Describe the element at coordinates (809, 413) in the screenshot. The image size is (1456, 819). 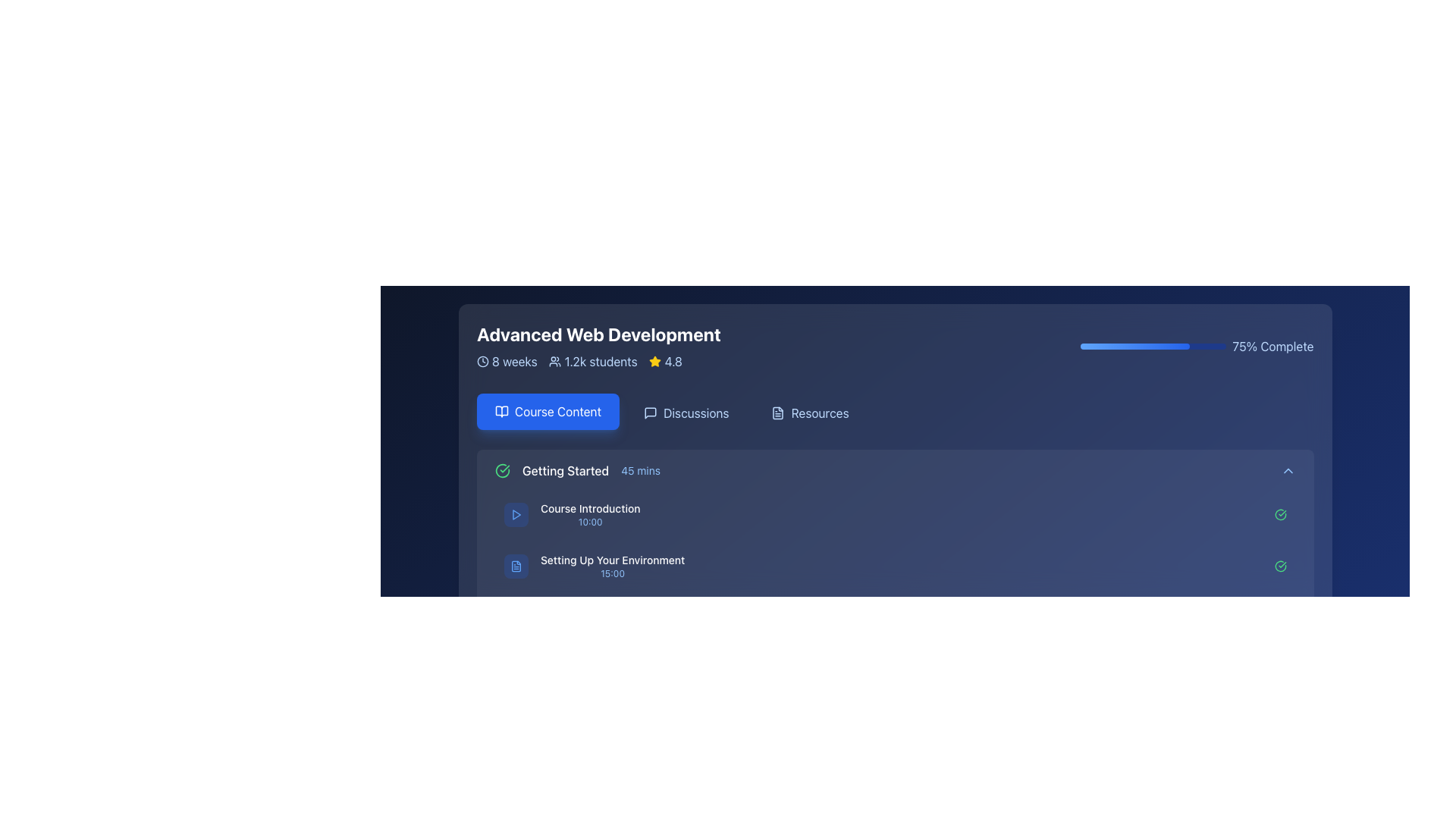
I see `the navigation button that provides access to supplementary materials, located as the third option in a horizontal row of buttons` at that location.